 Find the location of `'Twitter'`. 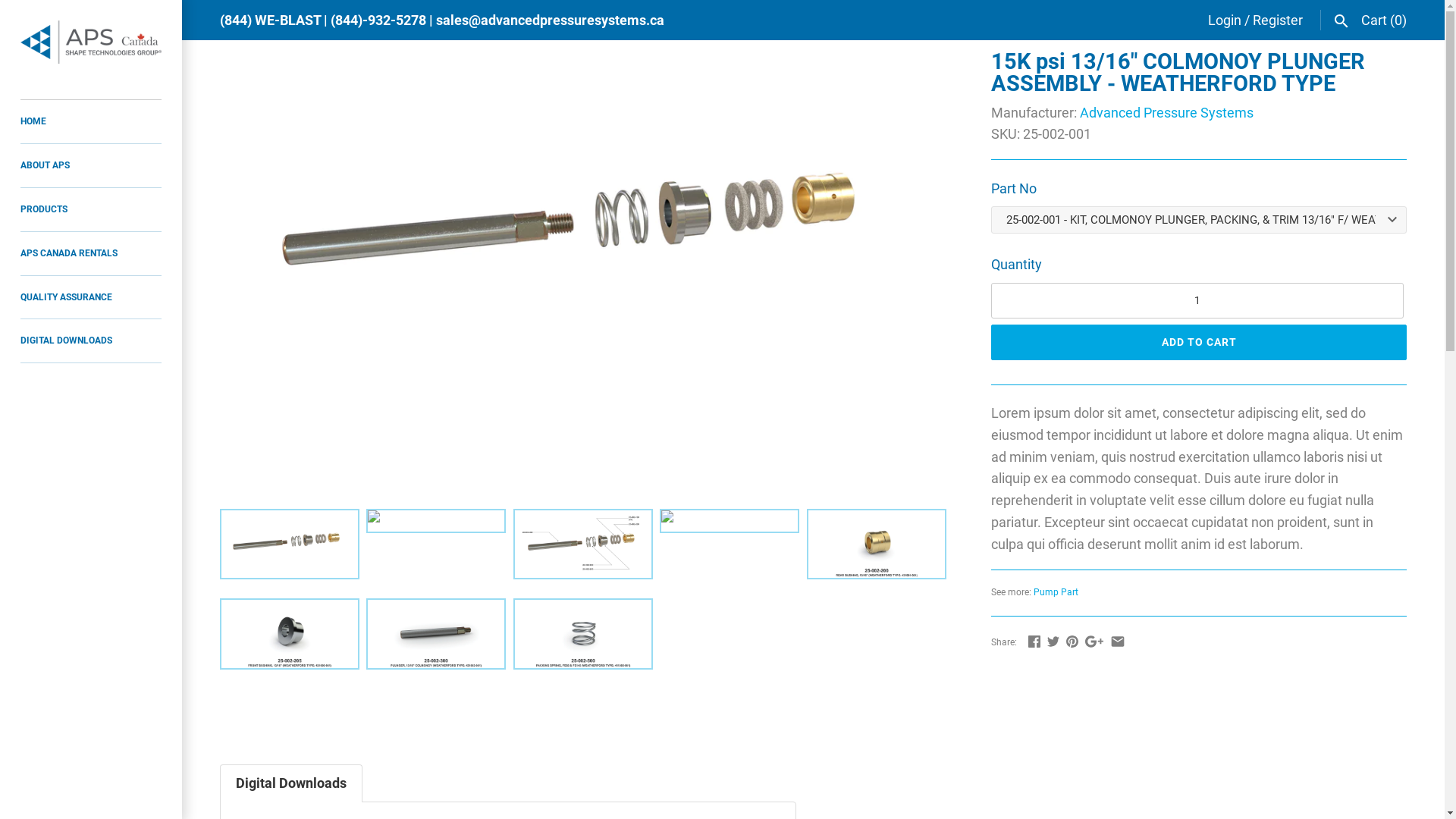

'Twitter' is located at coordinates (1052, 641).